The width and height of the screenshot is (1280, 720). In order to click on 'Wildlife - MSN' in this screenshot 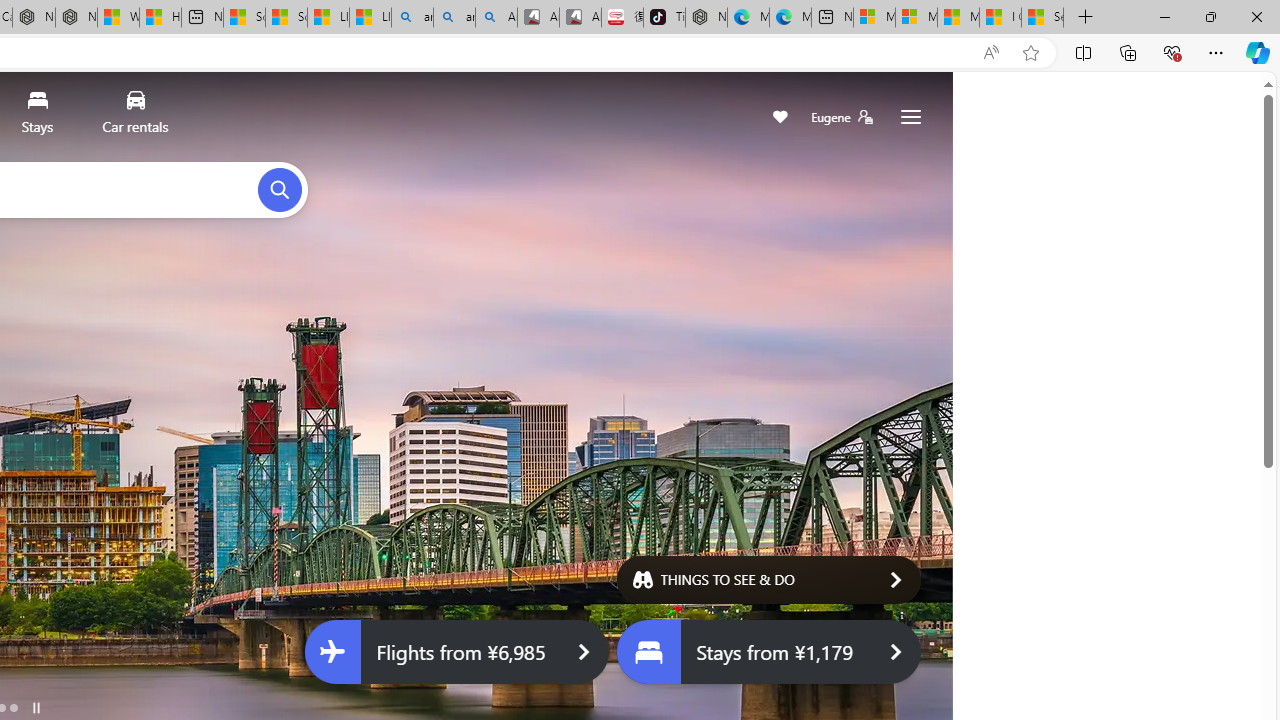, I will do `click(118, 17)`.